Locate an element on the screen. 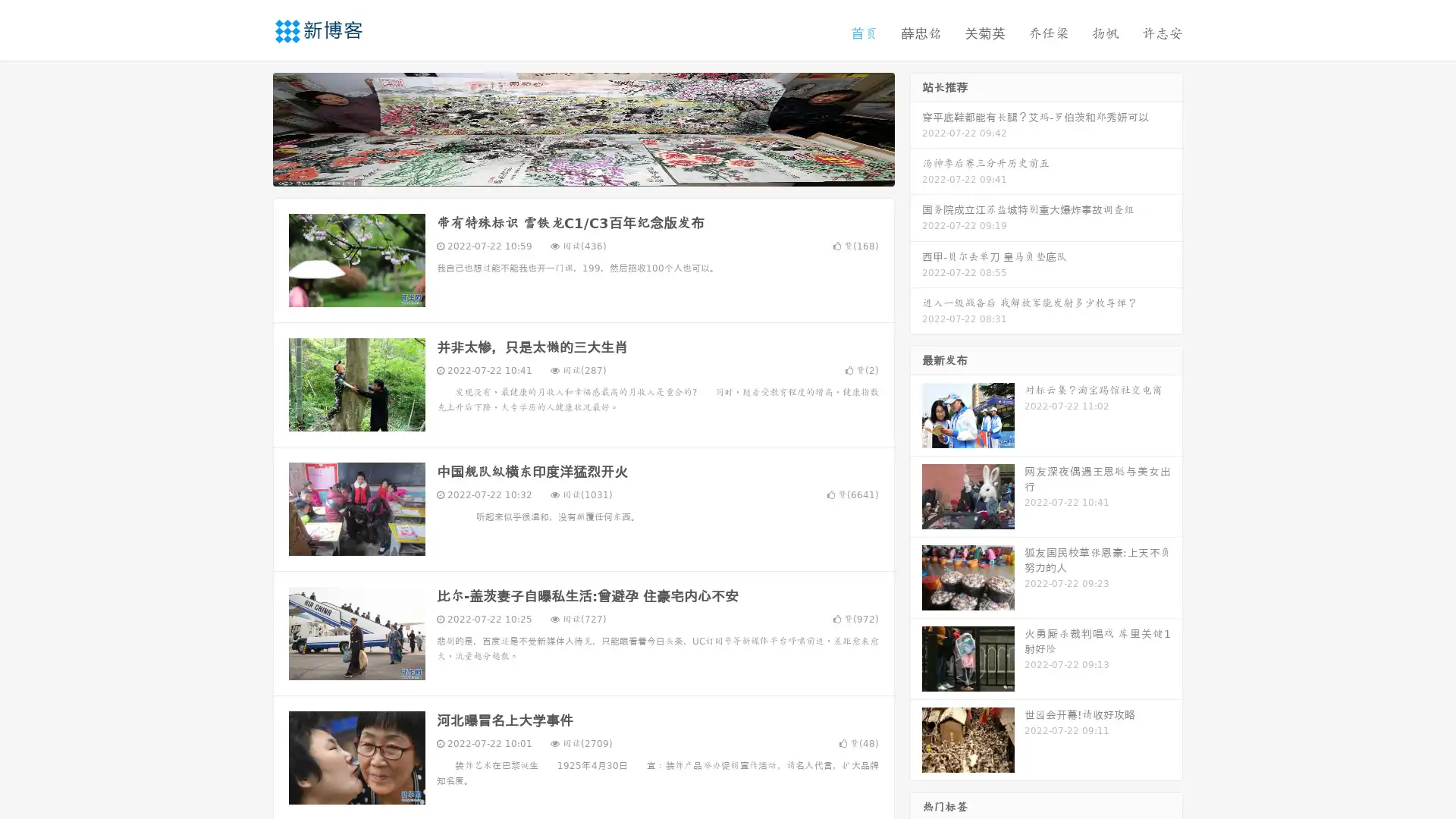 The width and height of the screenshot is (1456, 819). Previous slide is located at coordinates (250, 127).